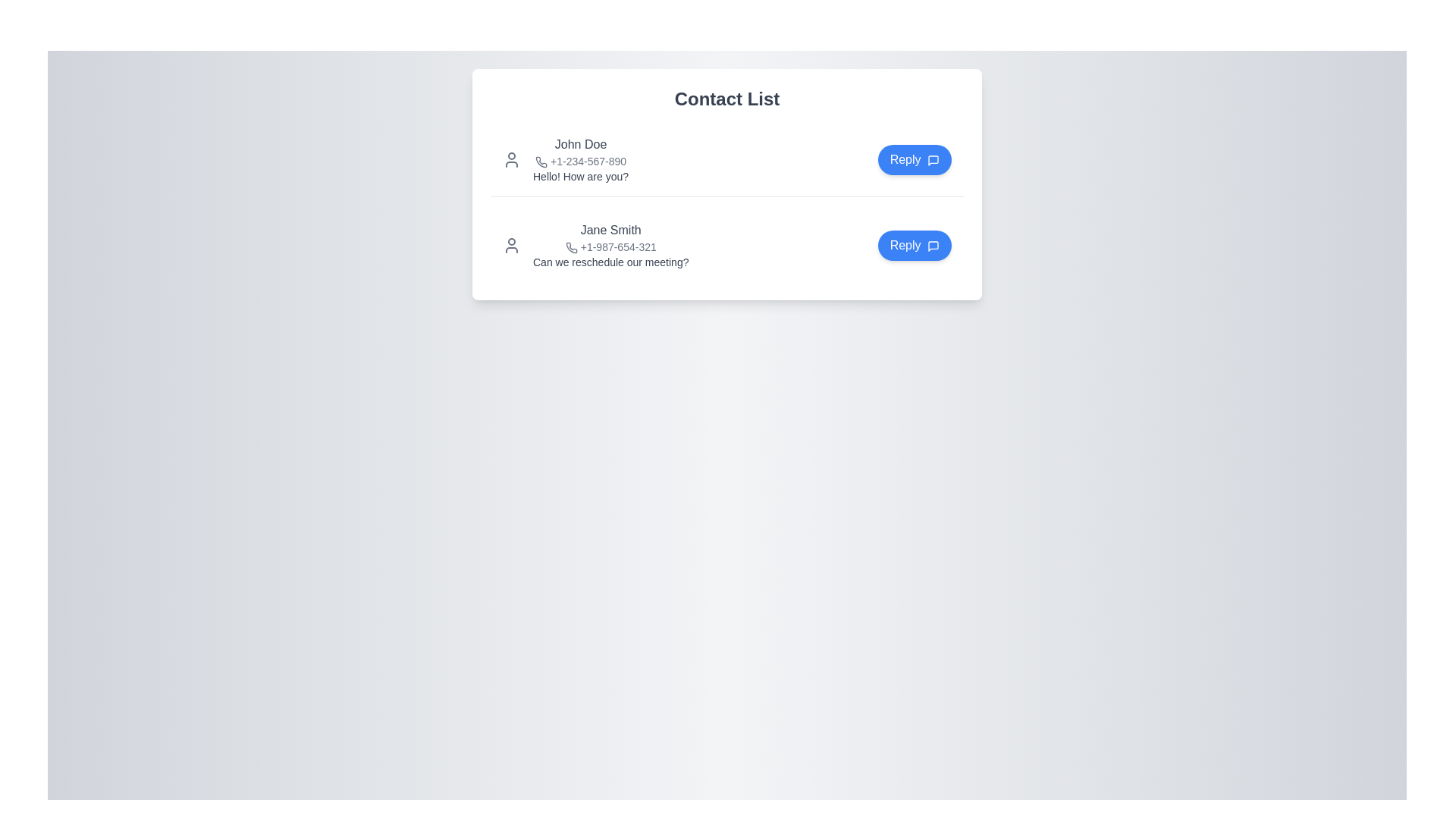 This screenshot has width=1456, height=819. Describe the element at coordinates (610, 245) in the screenshot. I see `the contact entry for 'Jane Smith', which includes her phone number and a text message, to see additional options` at that location.